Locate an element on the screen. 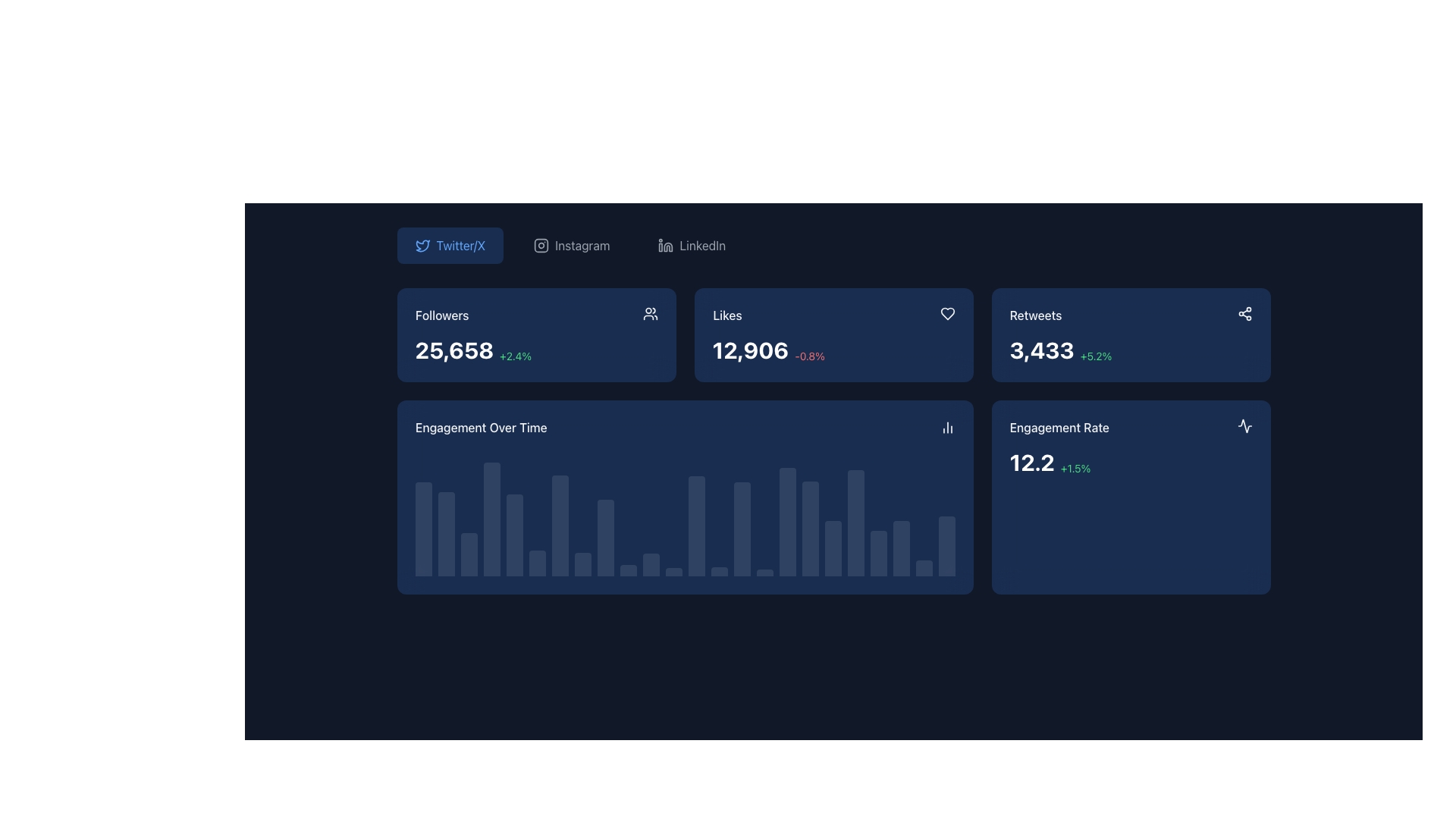 The width and height of the screenshot is (1456, 819). the primary rounded rectangle that serves as the visual frame for the Instagram logo in the top navigation area is located at coordinates (541, 245).